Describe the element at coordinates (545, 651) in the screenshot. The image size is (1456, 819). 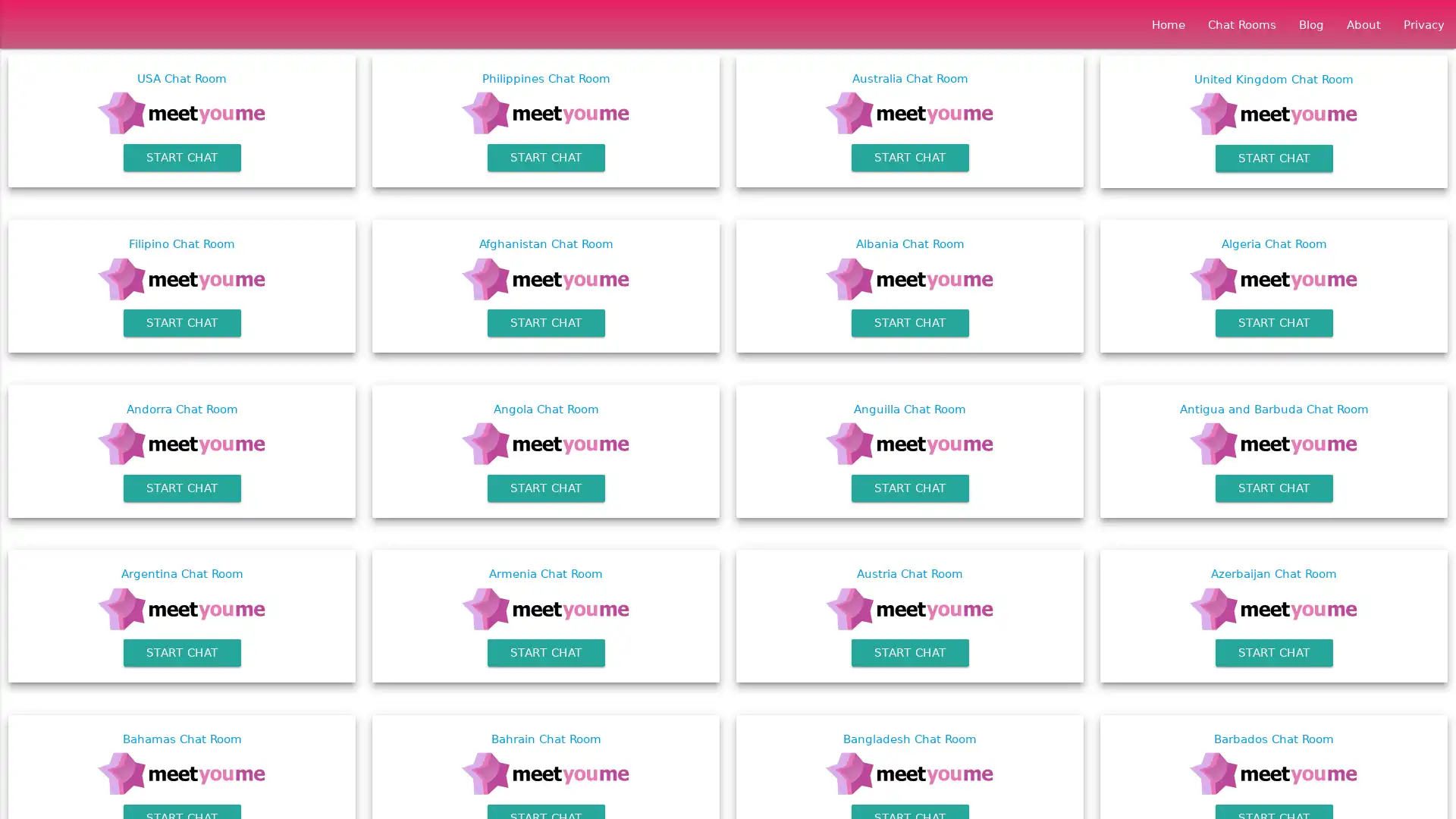
I see `START CHAT` at that location.